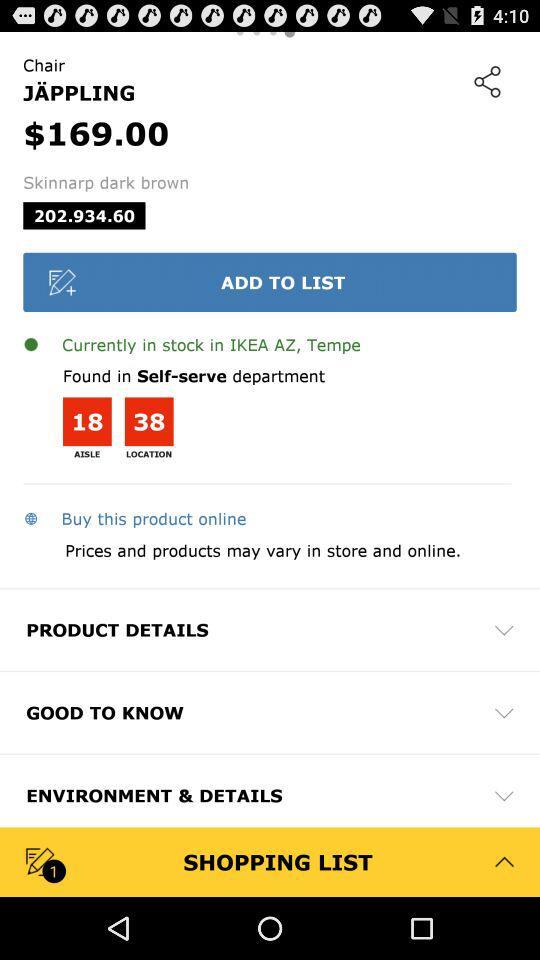 The height and width of the screenshot is (960, 540). Describe the element at coordinates (503, 860) in the screenshot. I see `the button which is next to the shopping list` at that location.